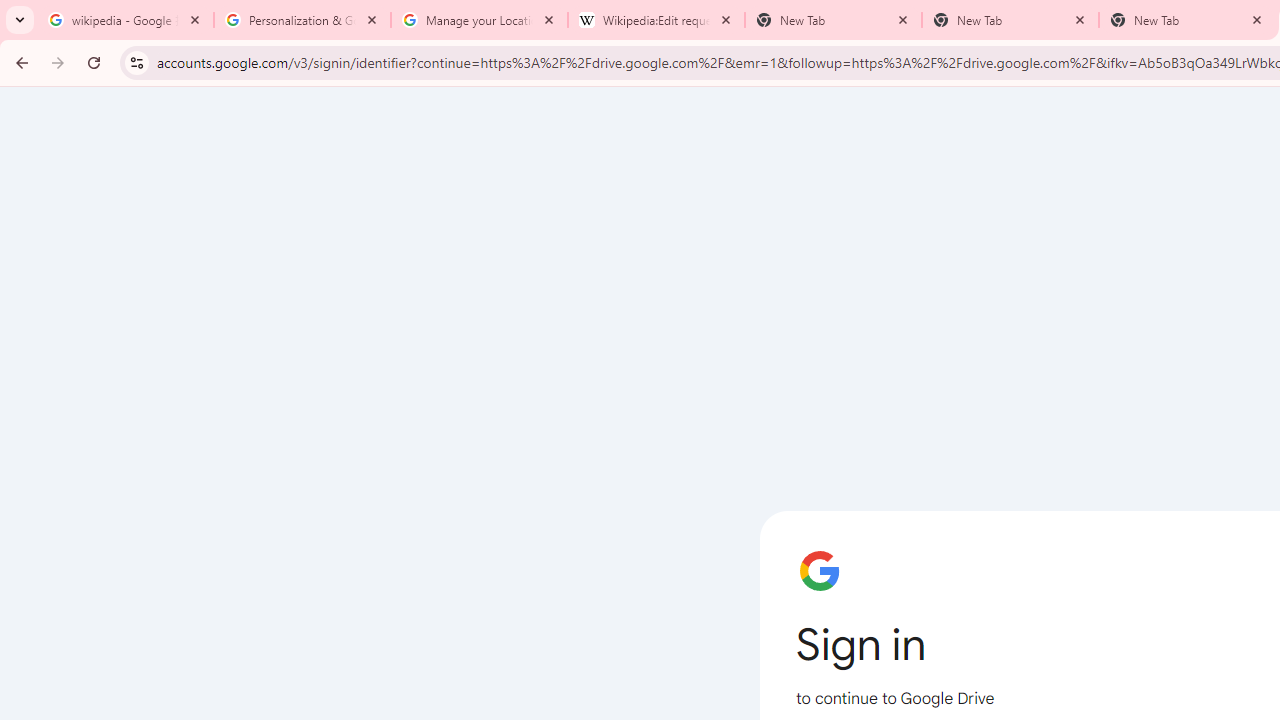 The width and height of the screenshot is (1280, 720). Describe the element at coordinates (656, 20) in the screenshot. I see `'Wikipedia:Edit requests - Wikipedia'` at that location.